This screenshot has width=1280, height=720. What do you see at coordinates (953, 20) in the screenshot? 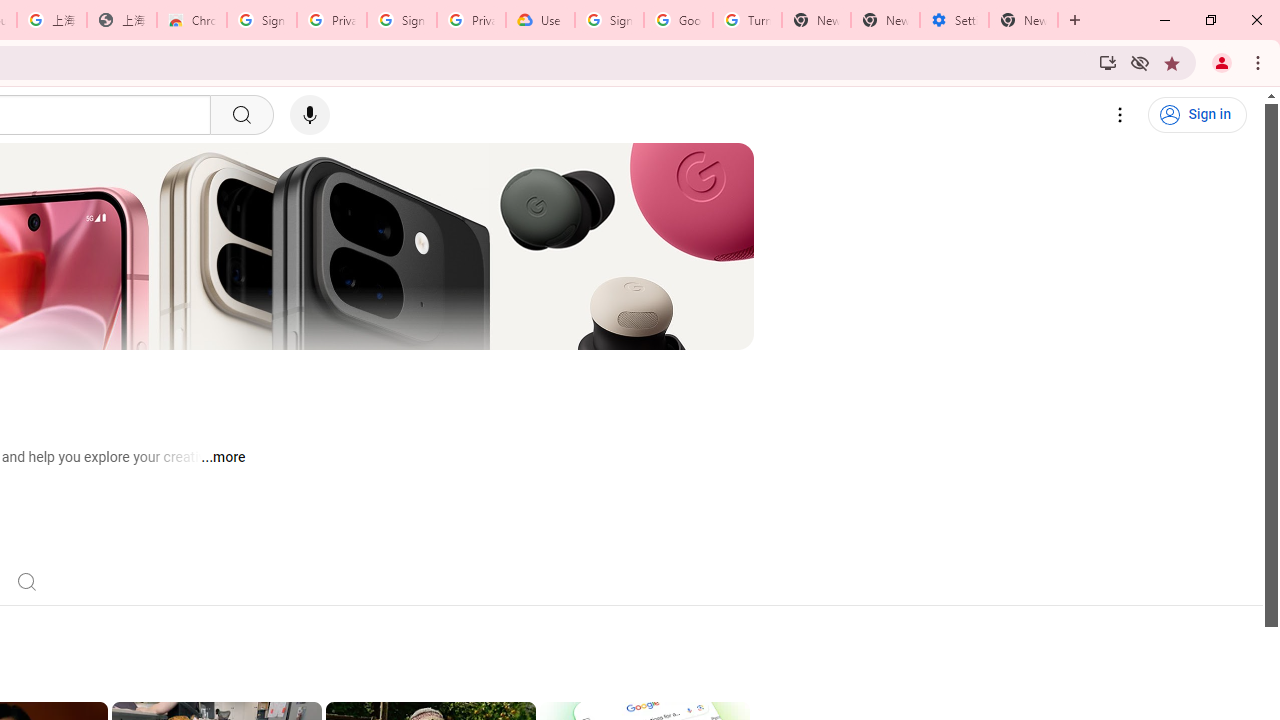
I see `'Settings - System'` at bounding box center [953, 20].